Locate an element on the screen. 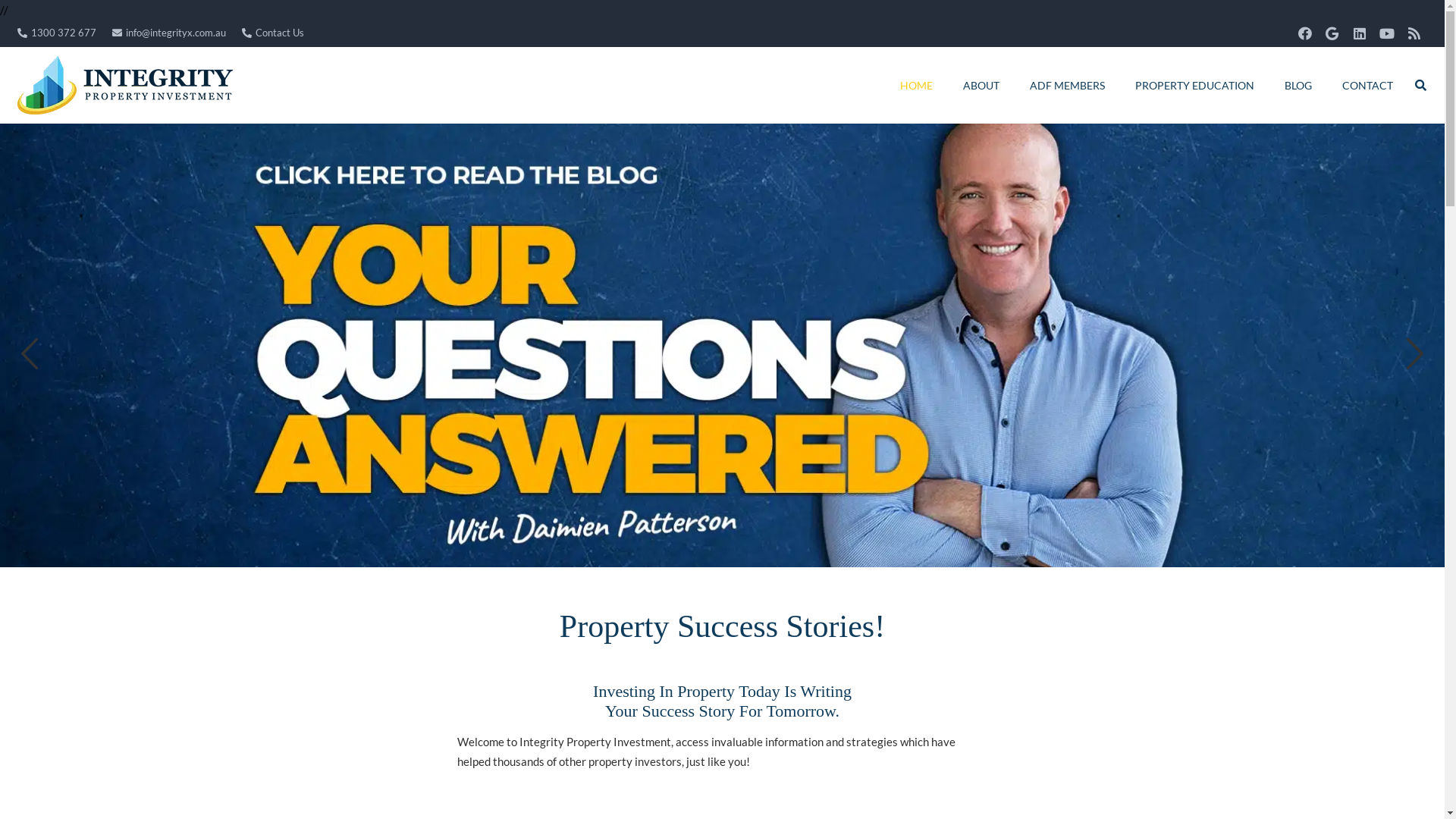 The image size is (1456, 819). 'YouTube' is located at coordinates (1386, 33).